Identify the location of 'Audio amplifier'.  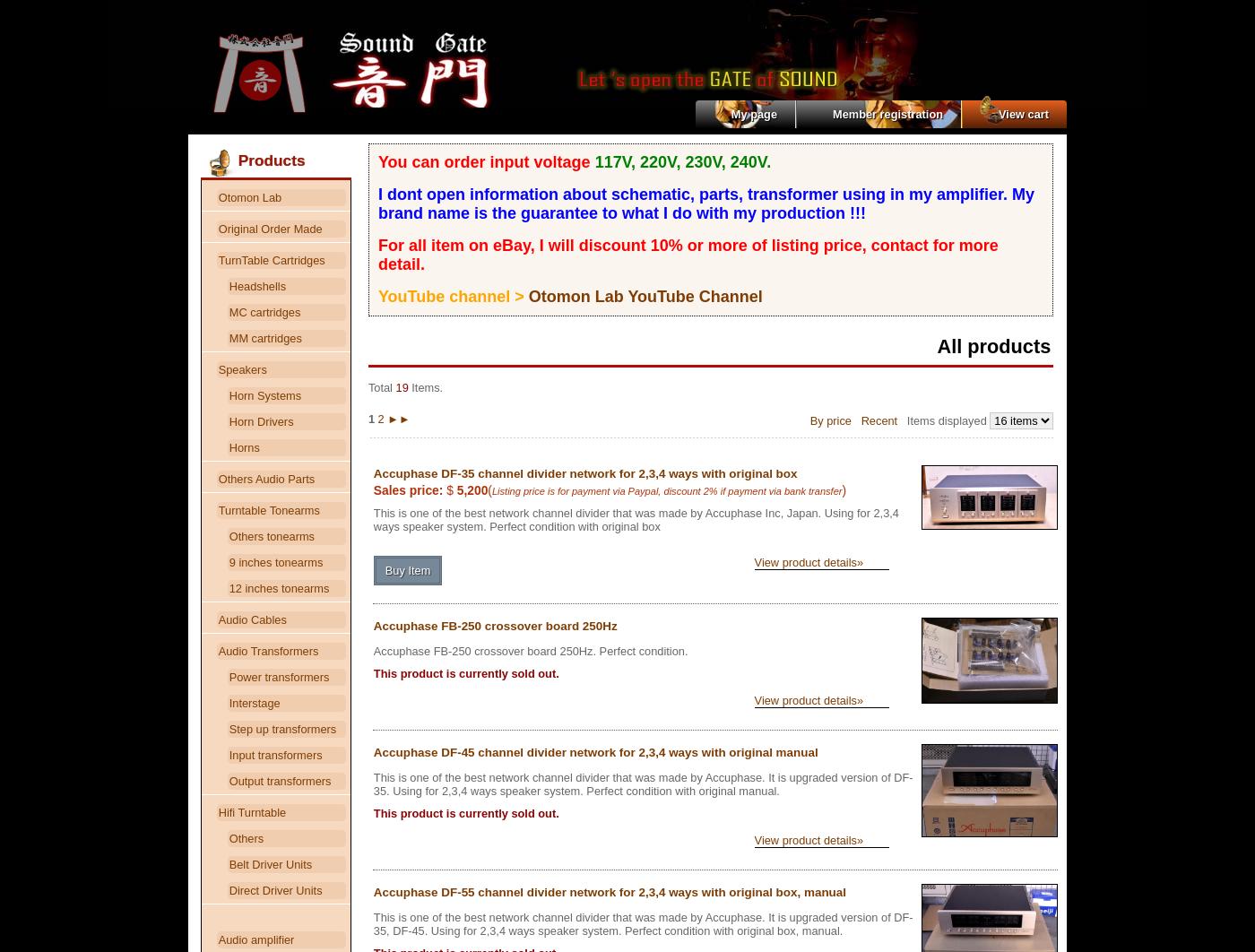
(255, 939).